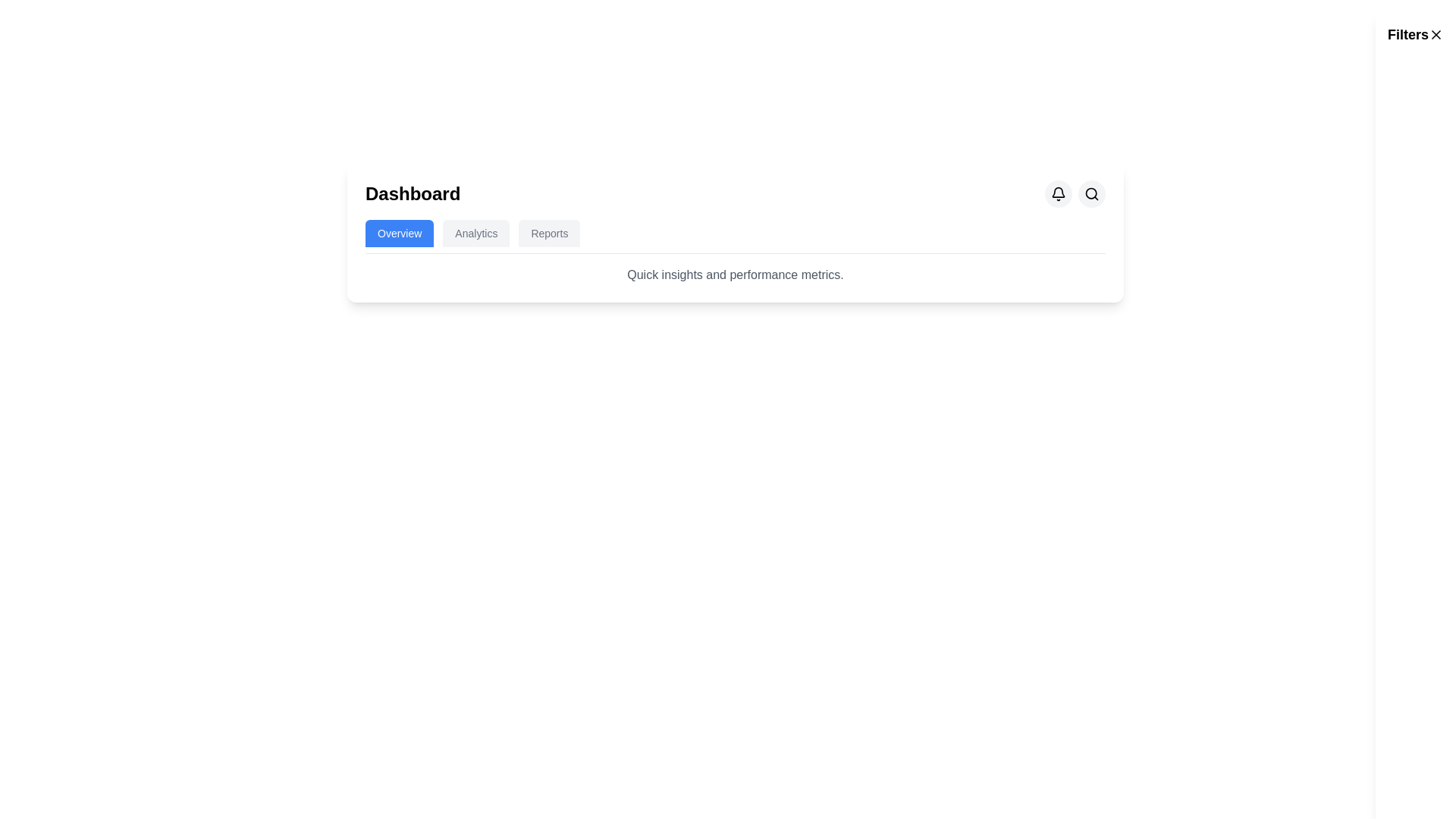 This screenshot has width=1456, height=819. What do you see at coordinates (413, 193) in the screenshot?
I see `the Text Label that serves as a title or heading indicating the current section or page of the interface, located at the top-left corner of the page` at bounding box center [413, 193].